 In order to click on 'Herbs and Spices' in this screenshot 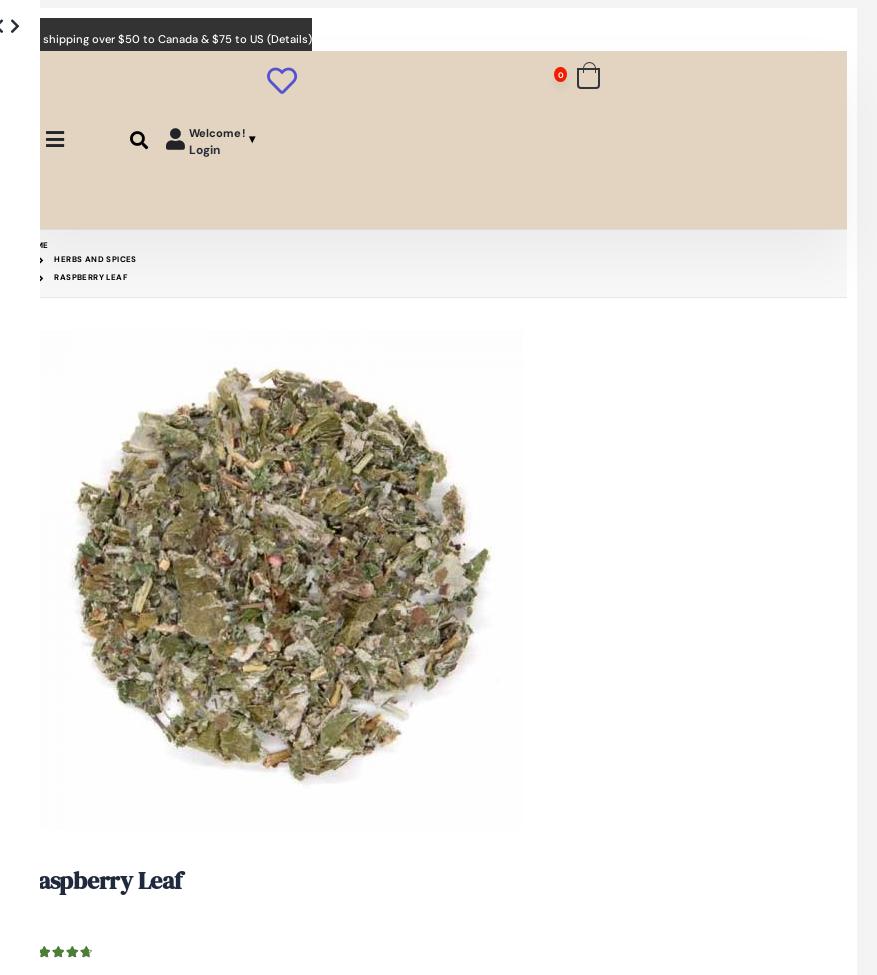, I will do `click(54, 258)`.